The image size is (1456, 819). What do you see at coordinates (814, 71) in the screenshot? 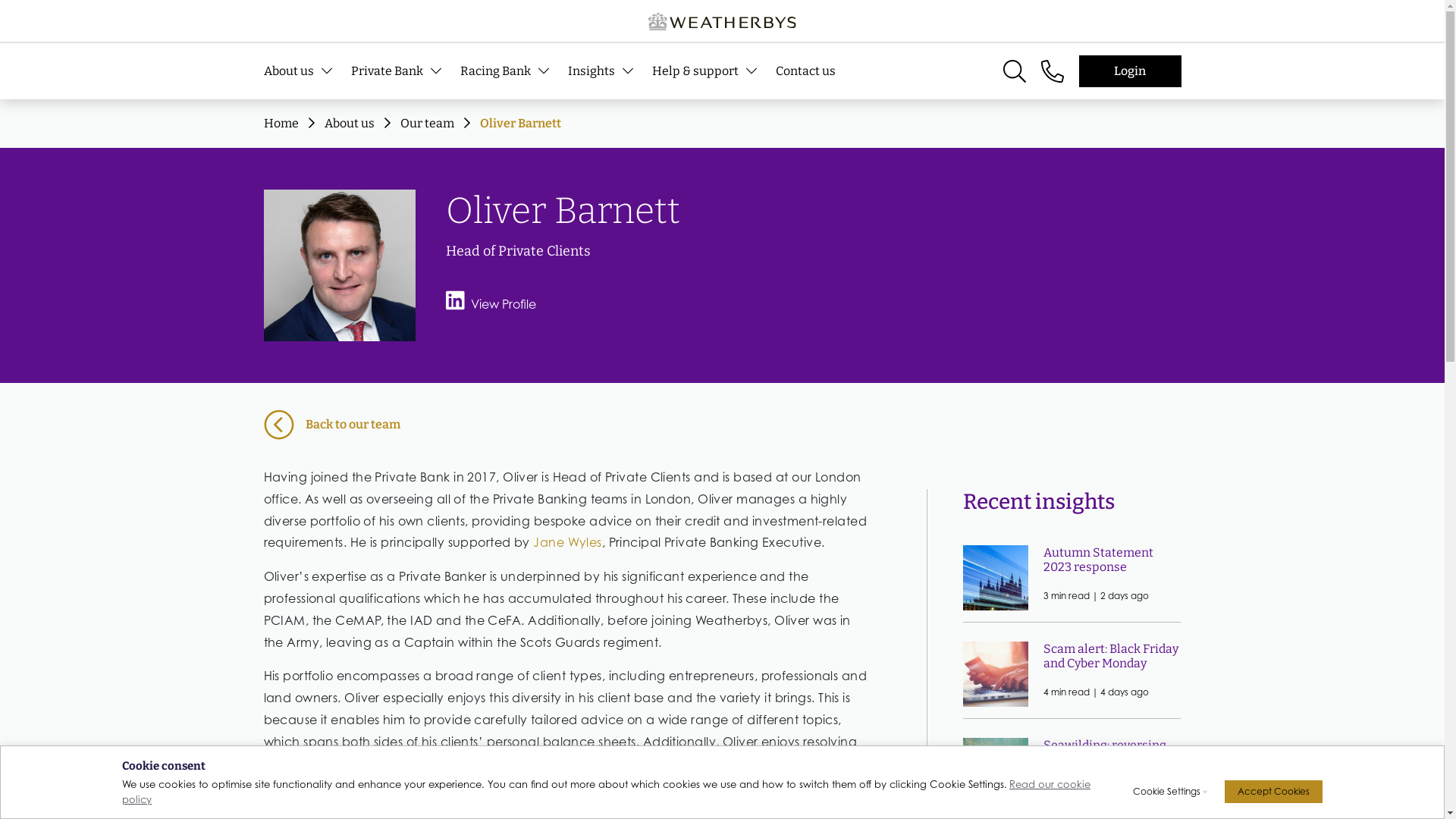
I see `'Contact us'` at bounding box center [814, 71].